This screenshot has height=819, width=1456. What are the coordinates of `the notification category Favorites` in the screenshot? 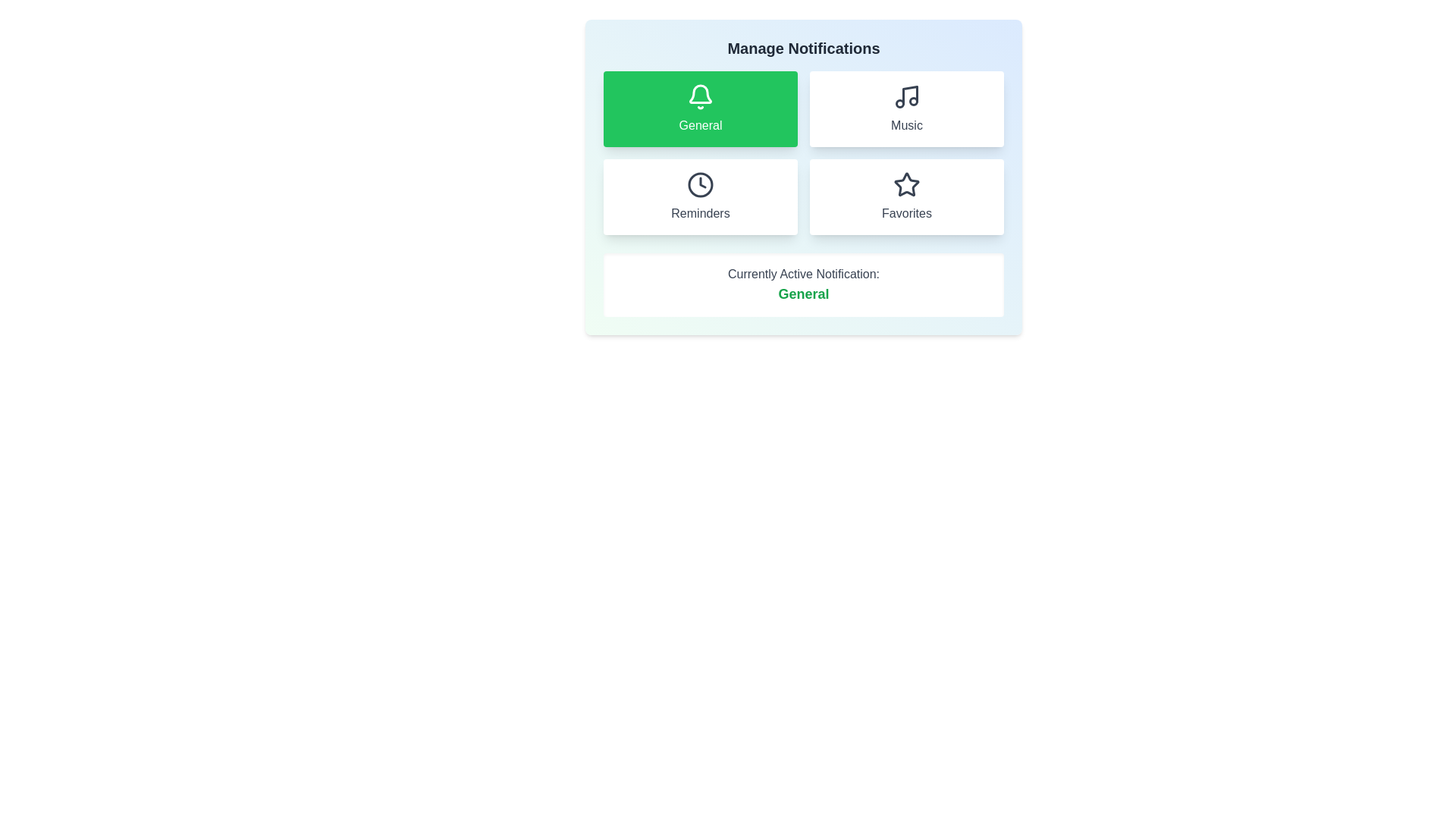 It's located at (906, 196).